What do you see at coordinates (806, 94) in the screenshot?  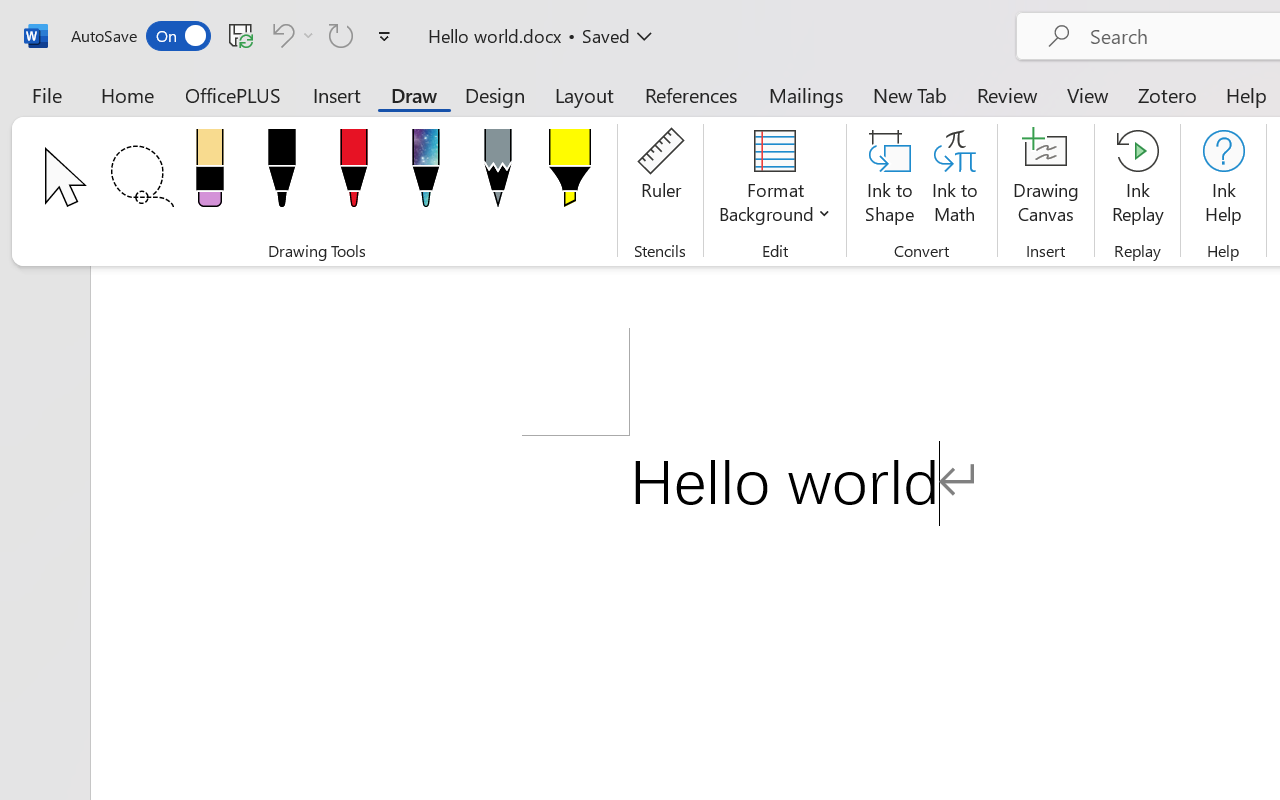 I see `'Mailings'` at bounding box center [806, 94].